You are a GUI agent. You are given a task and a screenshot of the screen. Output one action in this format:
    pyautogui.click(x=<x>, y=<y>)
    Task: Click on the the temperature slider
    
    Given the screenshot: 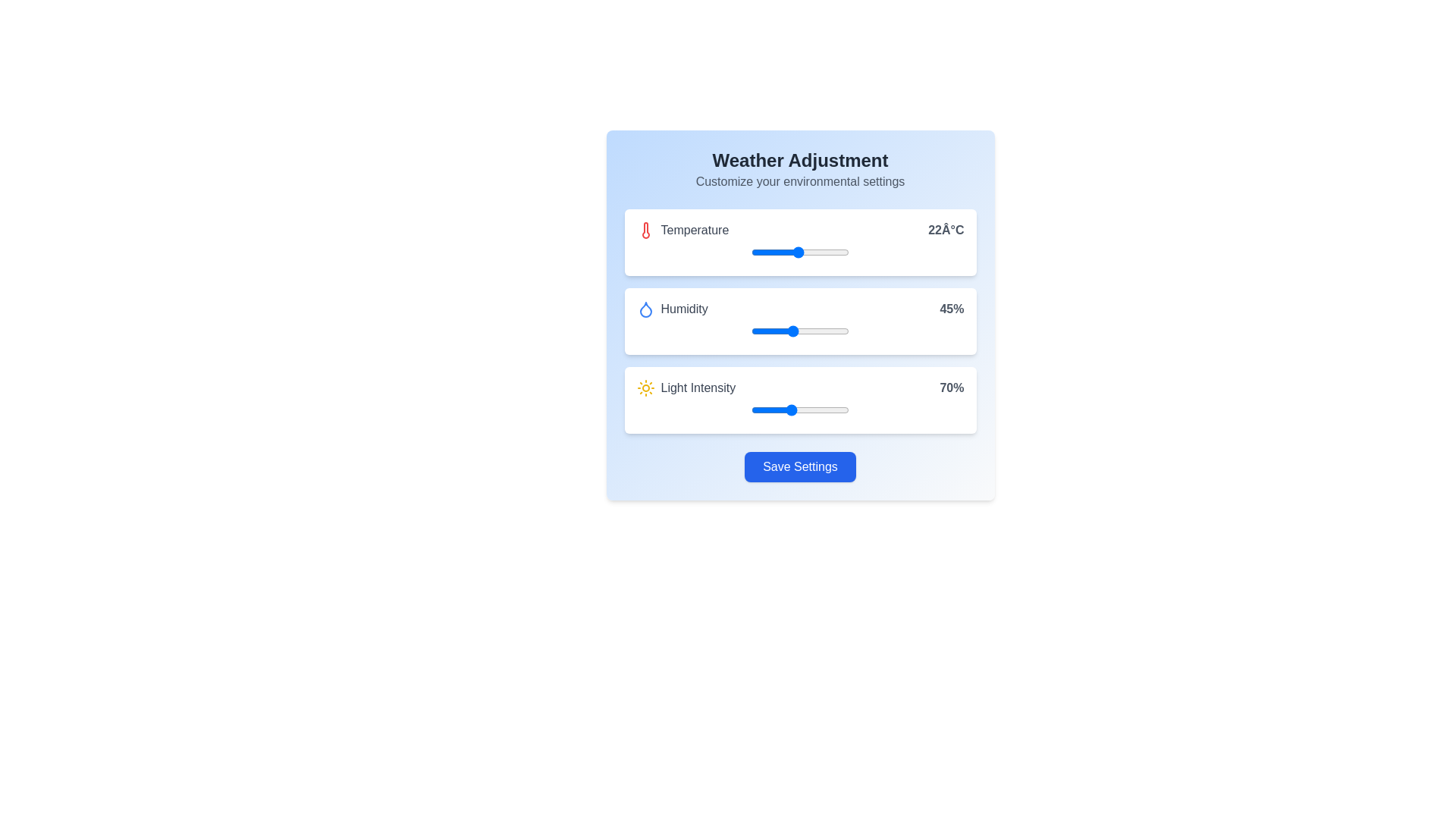 What is the action you would take?
    pyautogui.click(x=829, y=251)
    